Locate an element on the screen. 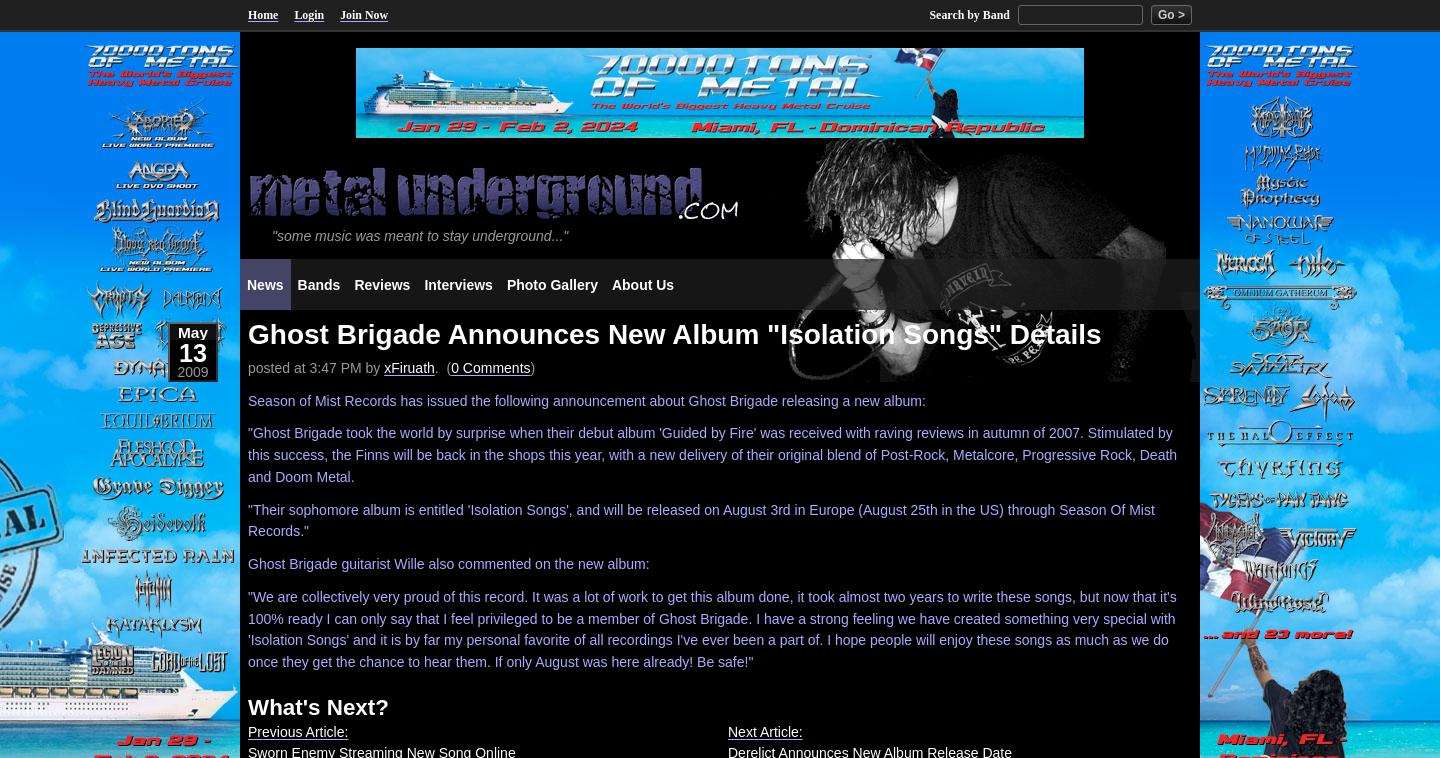 This screenshot has width=1440, height=758. ')' is located at coordinates (531, 367).